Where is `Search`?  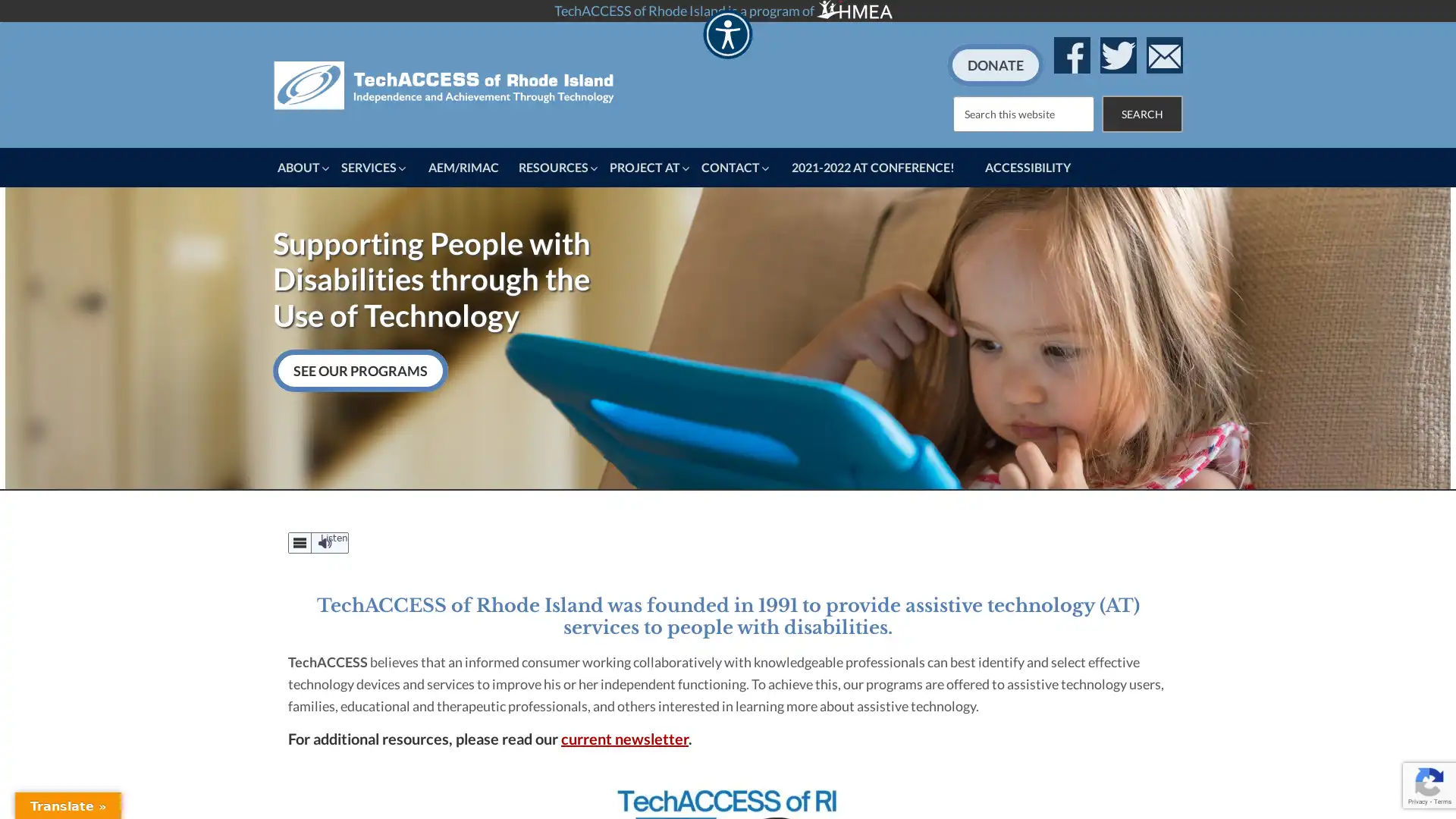 Search is located at coordinates (1142, 112).